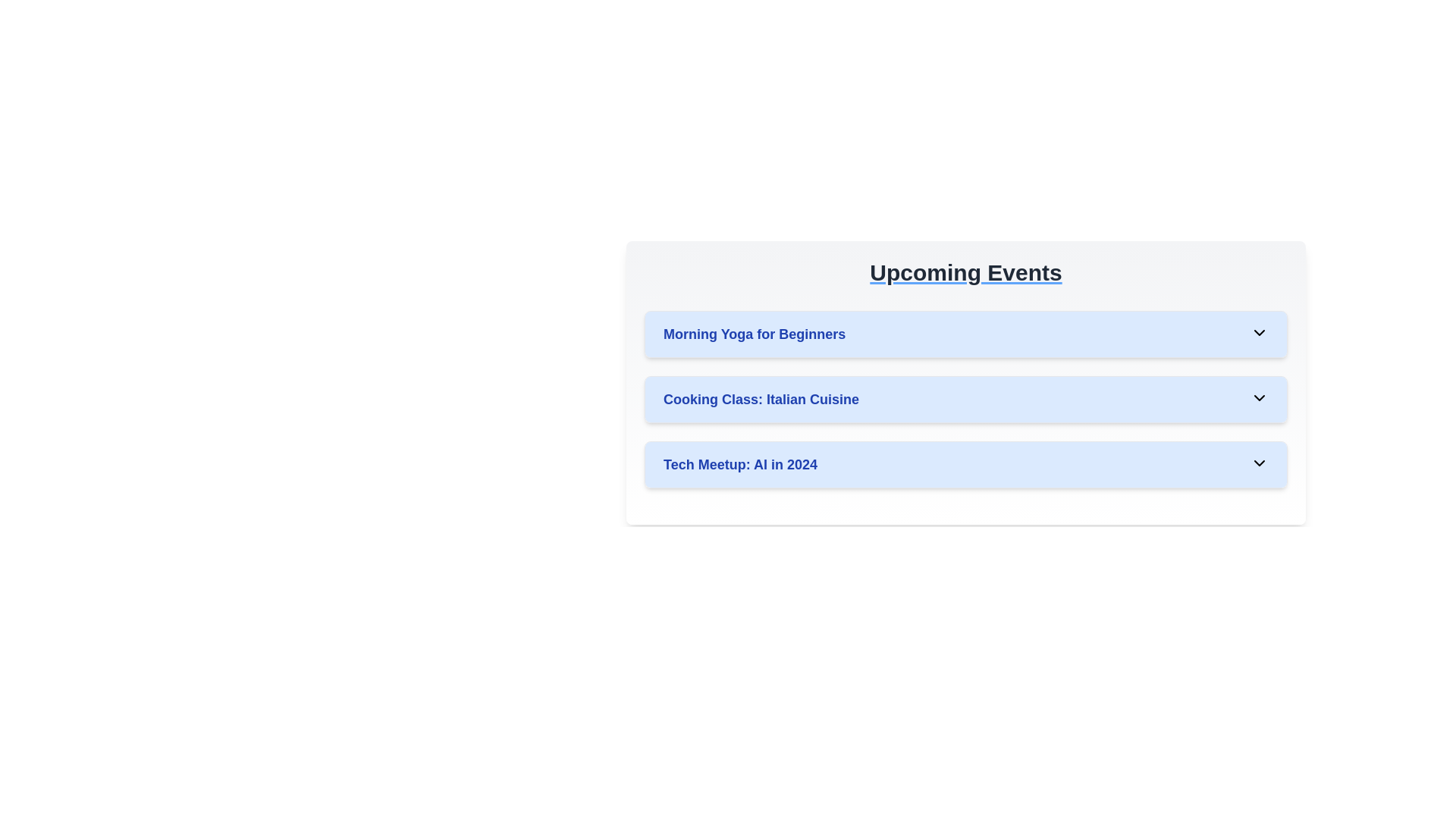 The image size is (1456, 819). Describe the element at coordinates (761, 399) in the screenshot. I see `text label that identifies the event 'Cooking Class: Italian Cuisine', located in the second row under the 'Upcoming Events' header with a light blue background` at that location.